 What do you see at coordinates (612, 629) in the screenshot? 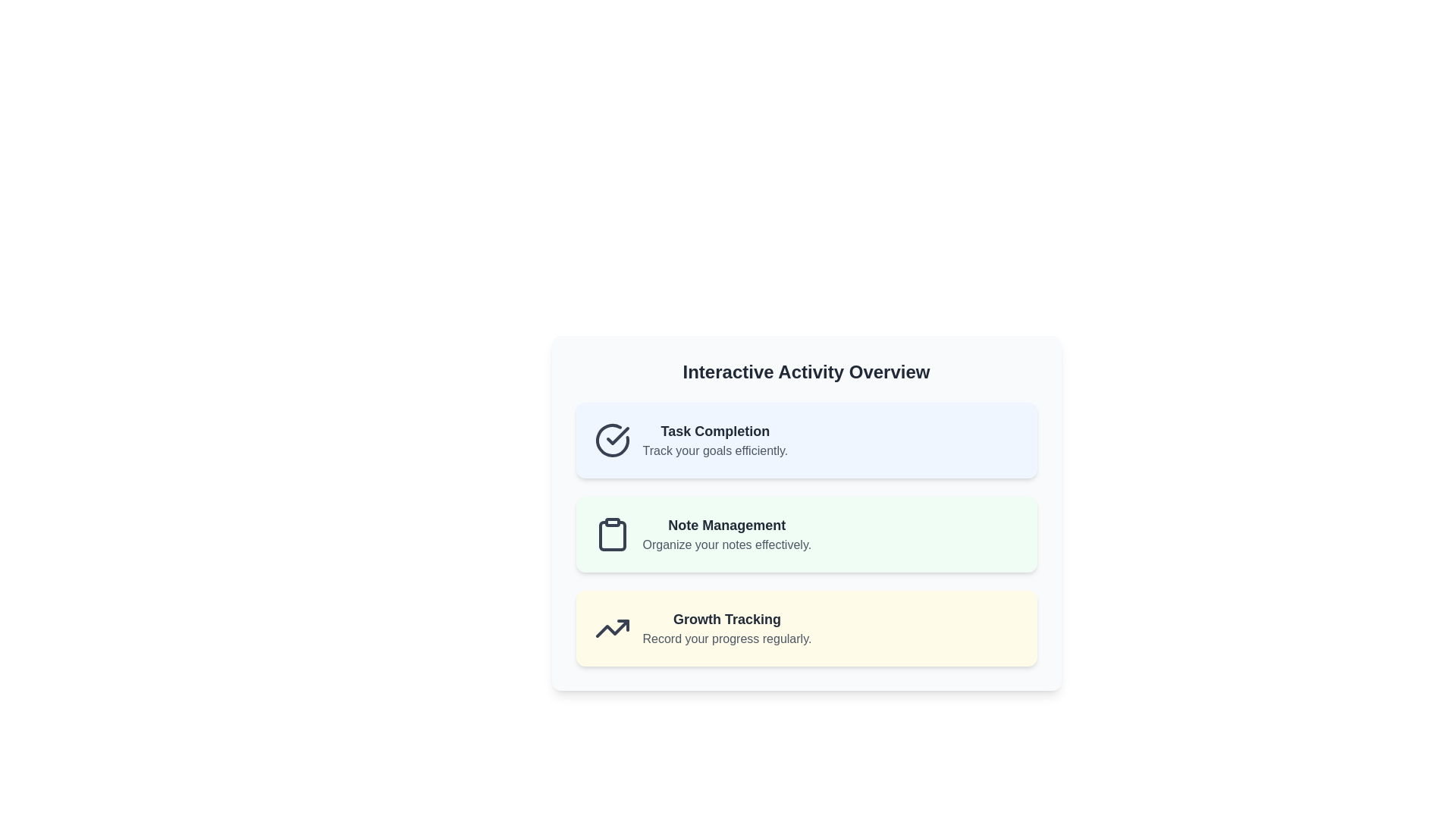
I see `the 'Growth Tracking' icon located to the left of the text 'Growth Tracking' in the third row of the card structure` at bounding box center [612, 629].